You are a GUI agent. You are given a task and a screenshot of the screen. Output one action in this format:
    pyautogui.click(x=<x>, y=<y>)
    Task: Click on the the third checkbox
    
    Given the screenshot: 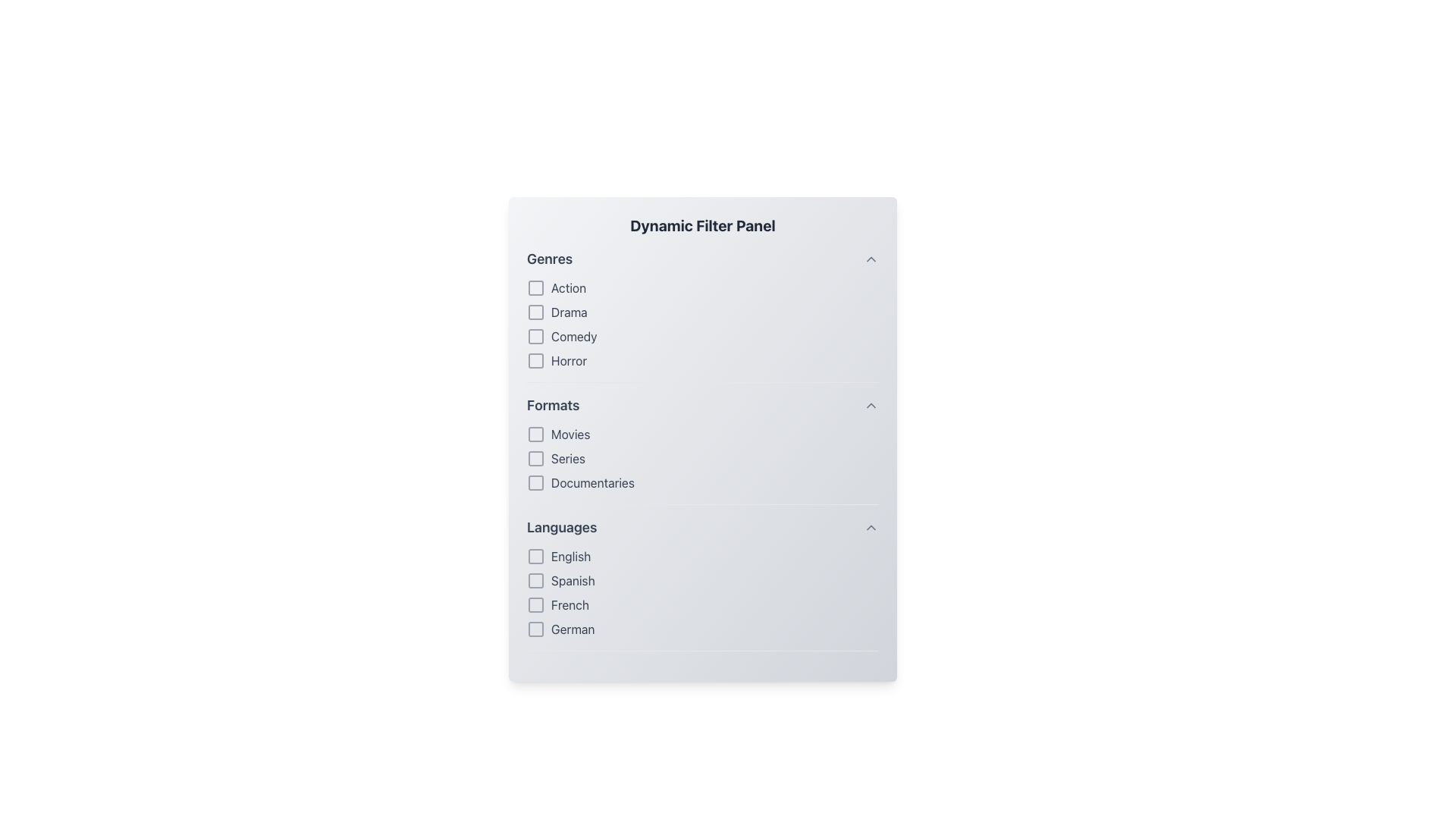 What is the action you would take?
    pyautogui.click(x=535, y=604)
    